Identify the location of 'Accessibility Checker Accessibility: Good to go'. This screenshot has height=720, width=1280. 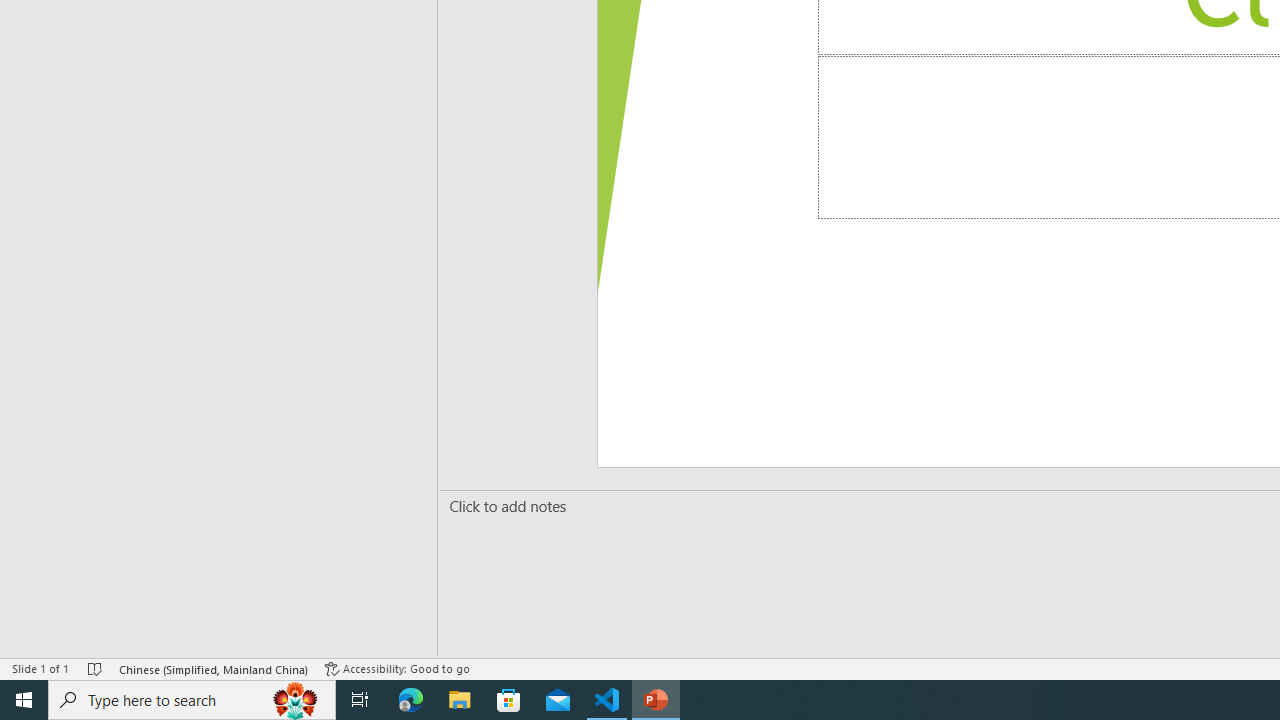
(397, 669).